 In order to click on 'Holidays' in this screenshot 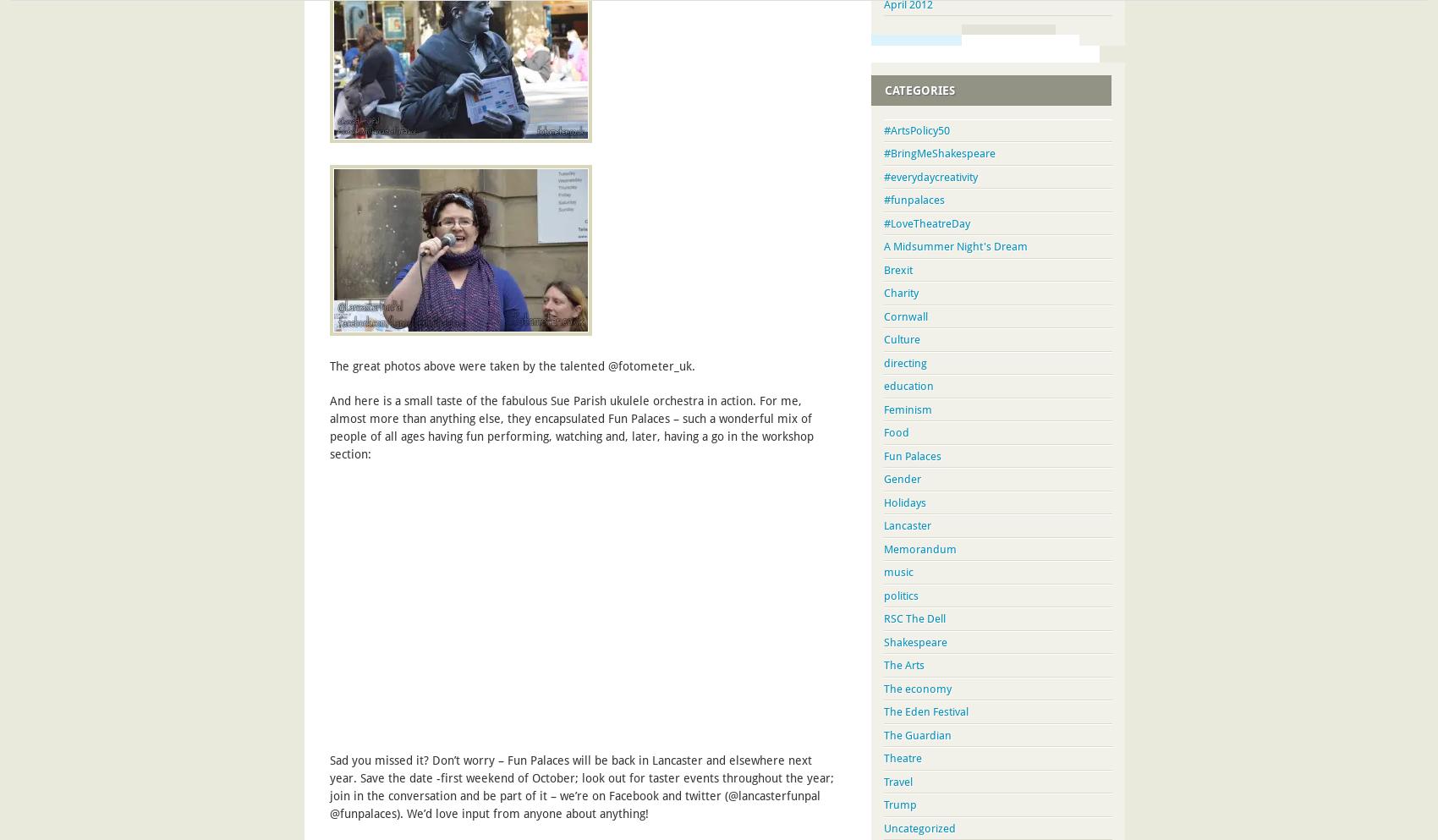, I will do `click(882, 502)`.